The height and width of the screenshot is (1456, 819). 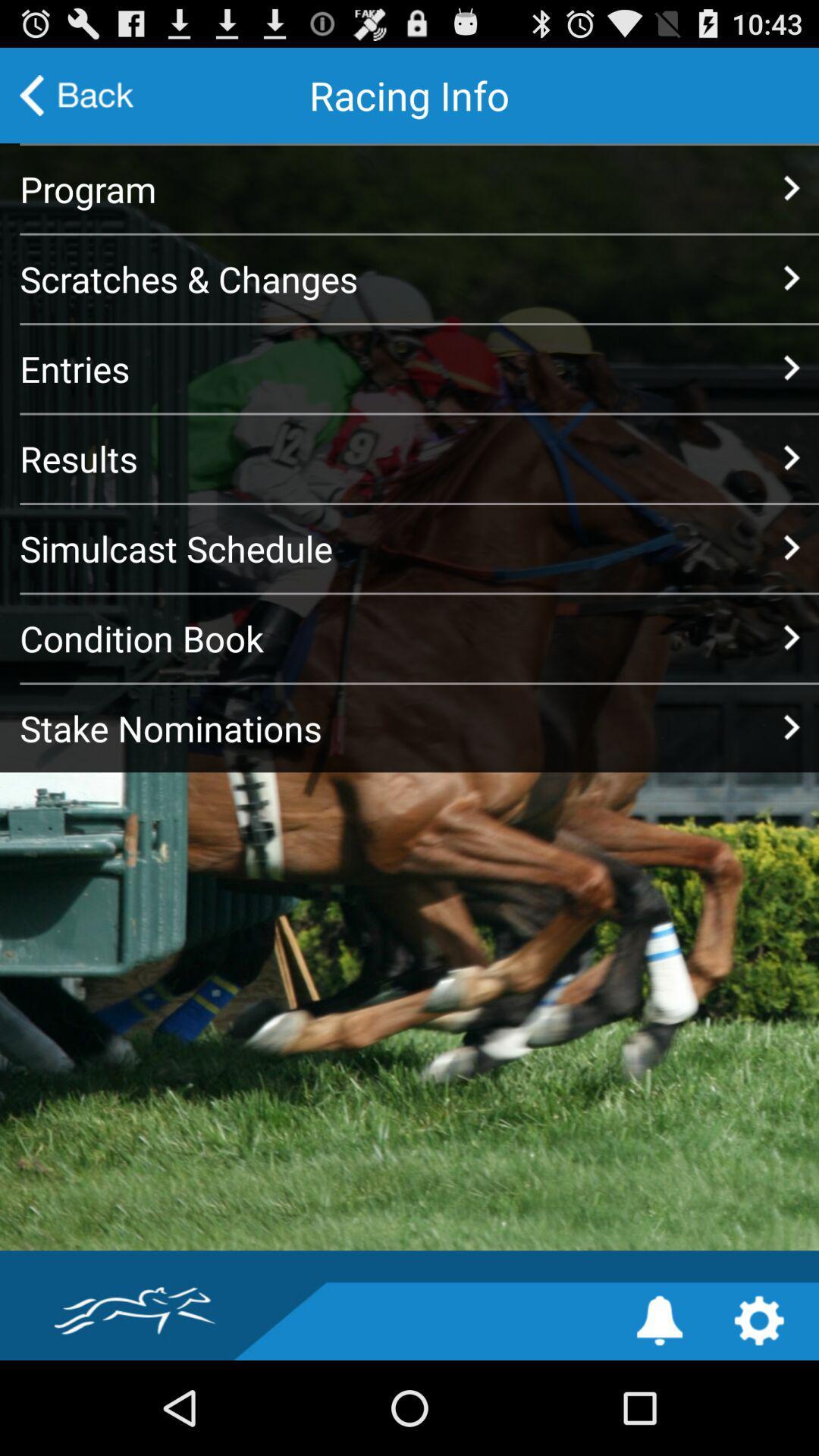 I want to click on notification settings, so click(x=659, y=1319).